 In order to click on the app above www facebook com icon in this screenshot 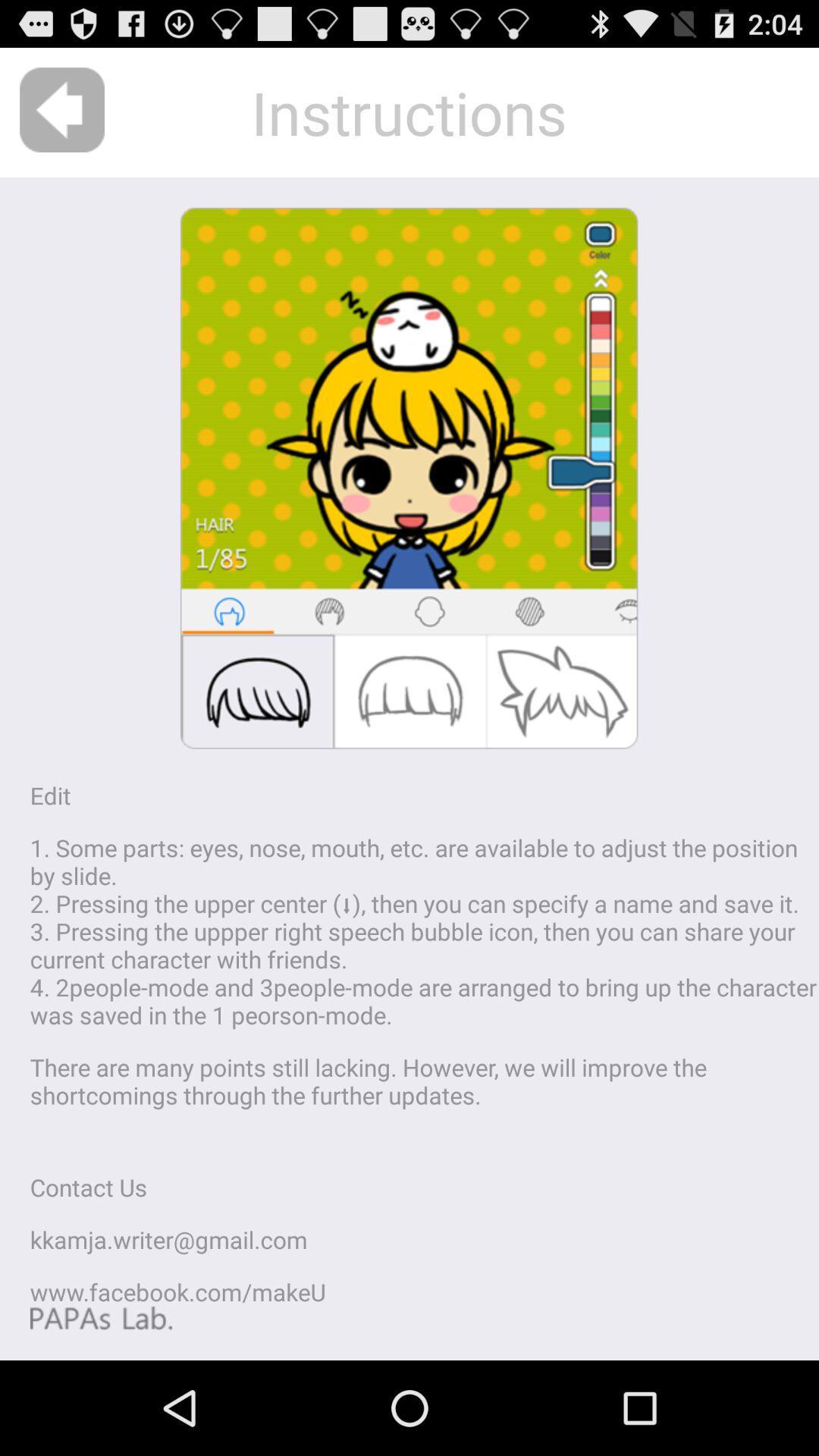, I will do `click(168, 1239)`.